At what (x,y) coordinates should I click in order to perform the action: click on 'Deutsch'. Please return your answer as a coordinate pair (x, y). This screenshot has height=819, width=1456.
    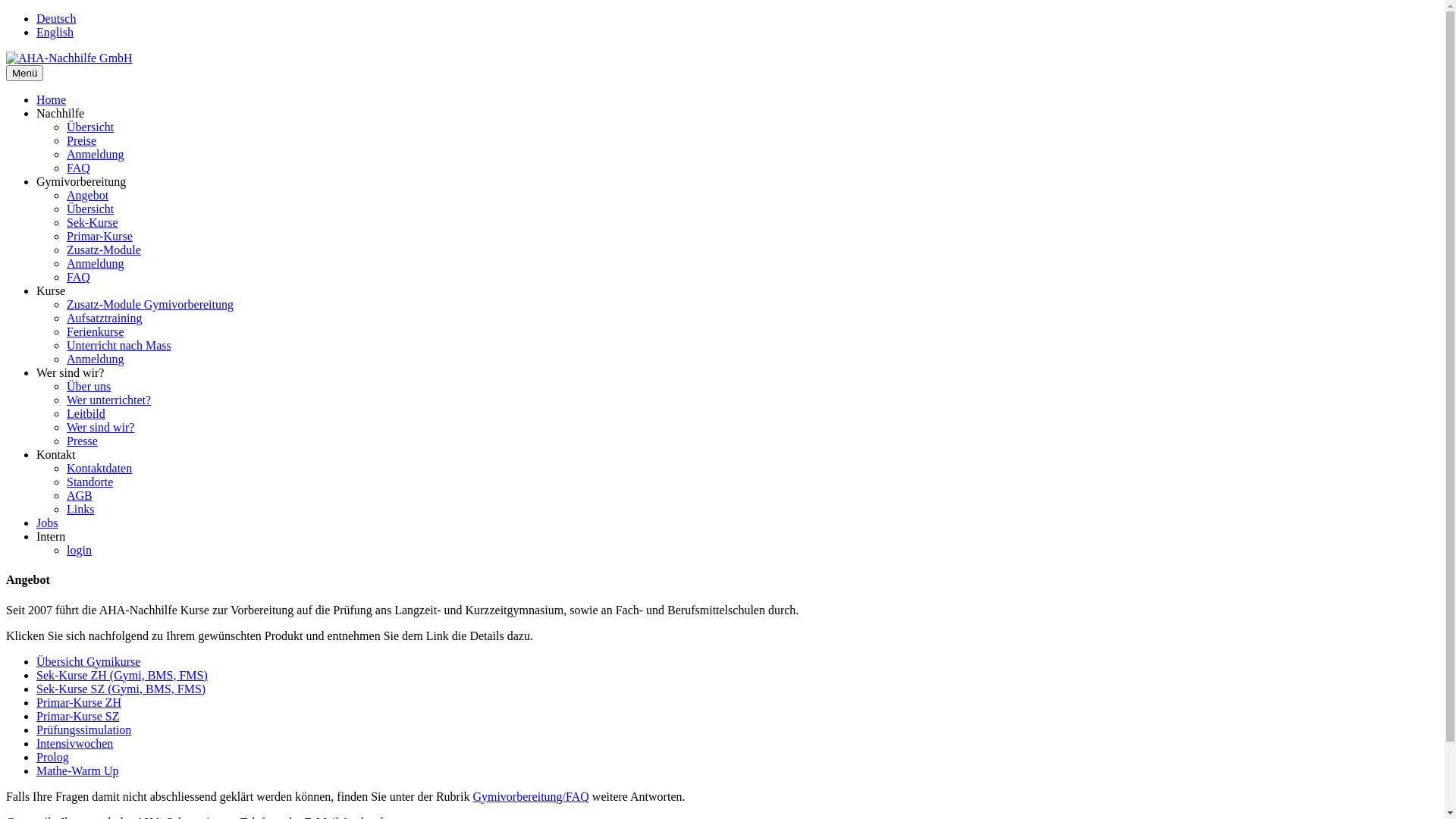
    Looking at the image, I should click on (55, 18).